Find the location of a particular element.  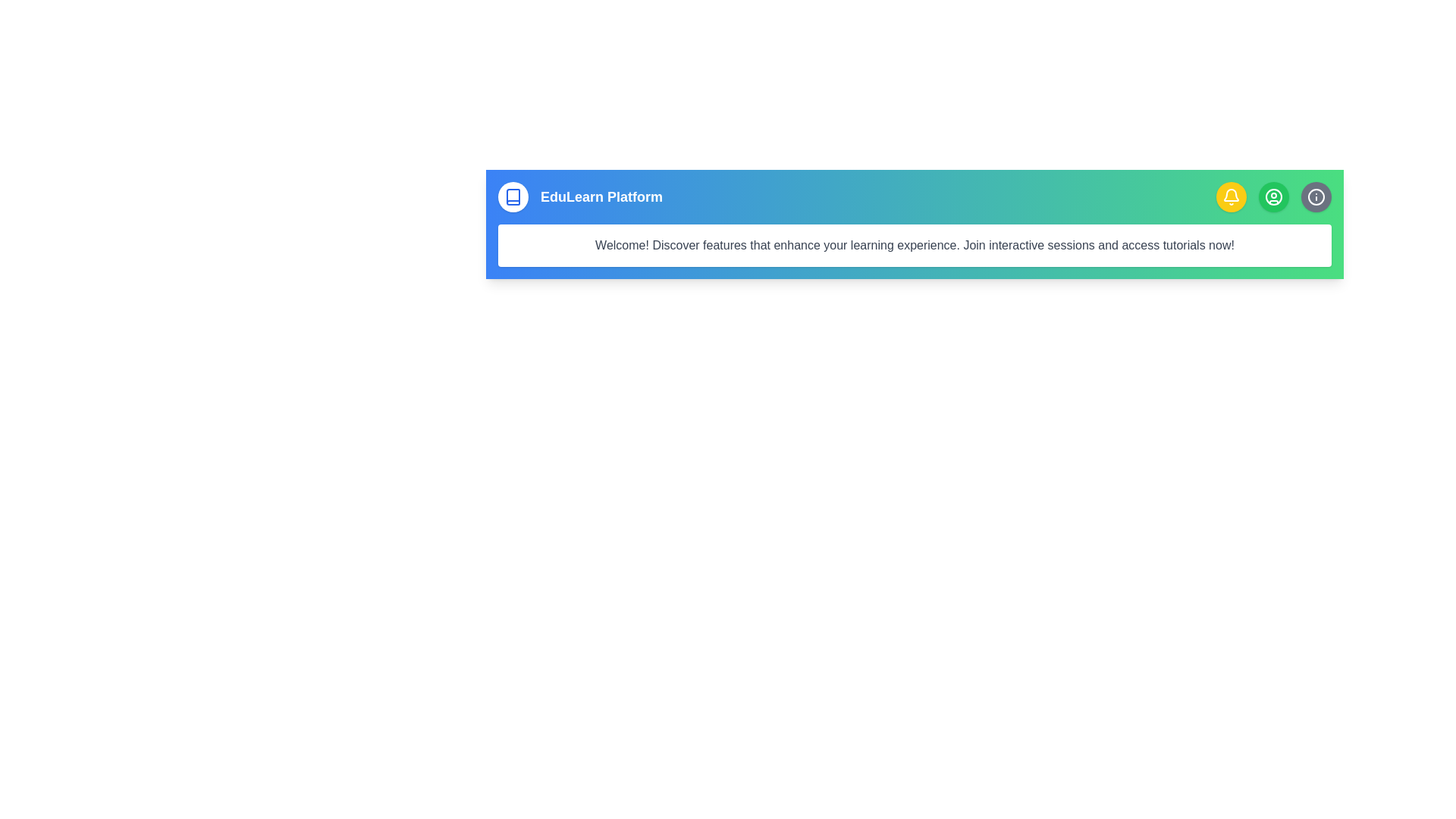

the book icon button to navigate to the learning resources section is located at coordinates (513, 196).